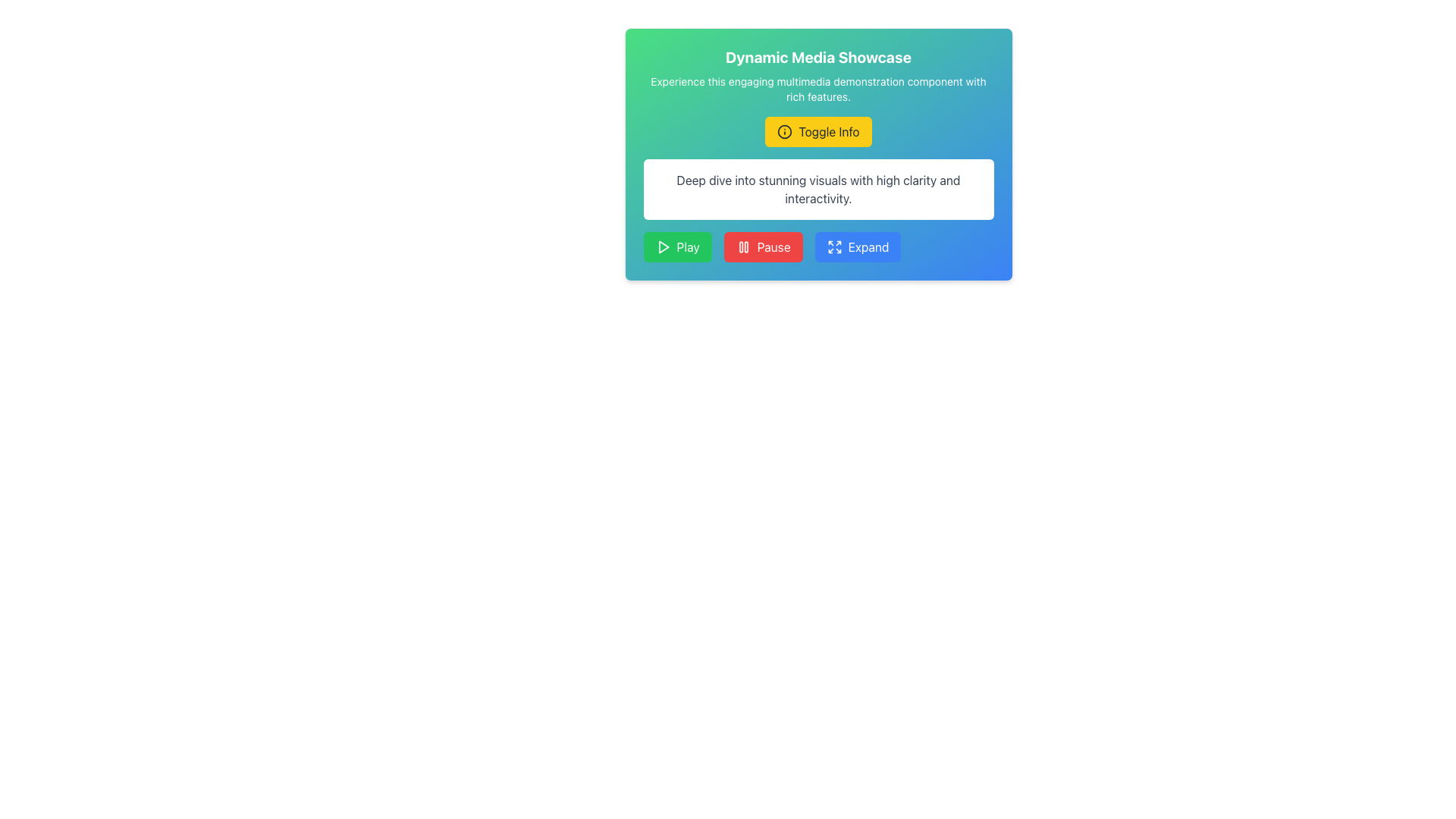 The width and height of the screenshot is (1456, 819). Describe the element at coordinates (817, 57) in the screenshot. I see `text displayed in the title or header section, which is positioned above the subtitle 'Experience this engaging multimedia demonstration component with rich features.'` at that location.